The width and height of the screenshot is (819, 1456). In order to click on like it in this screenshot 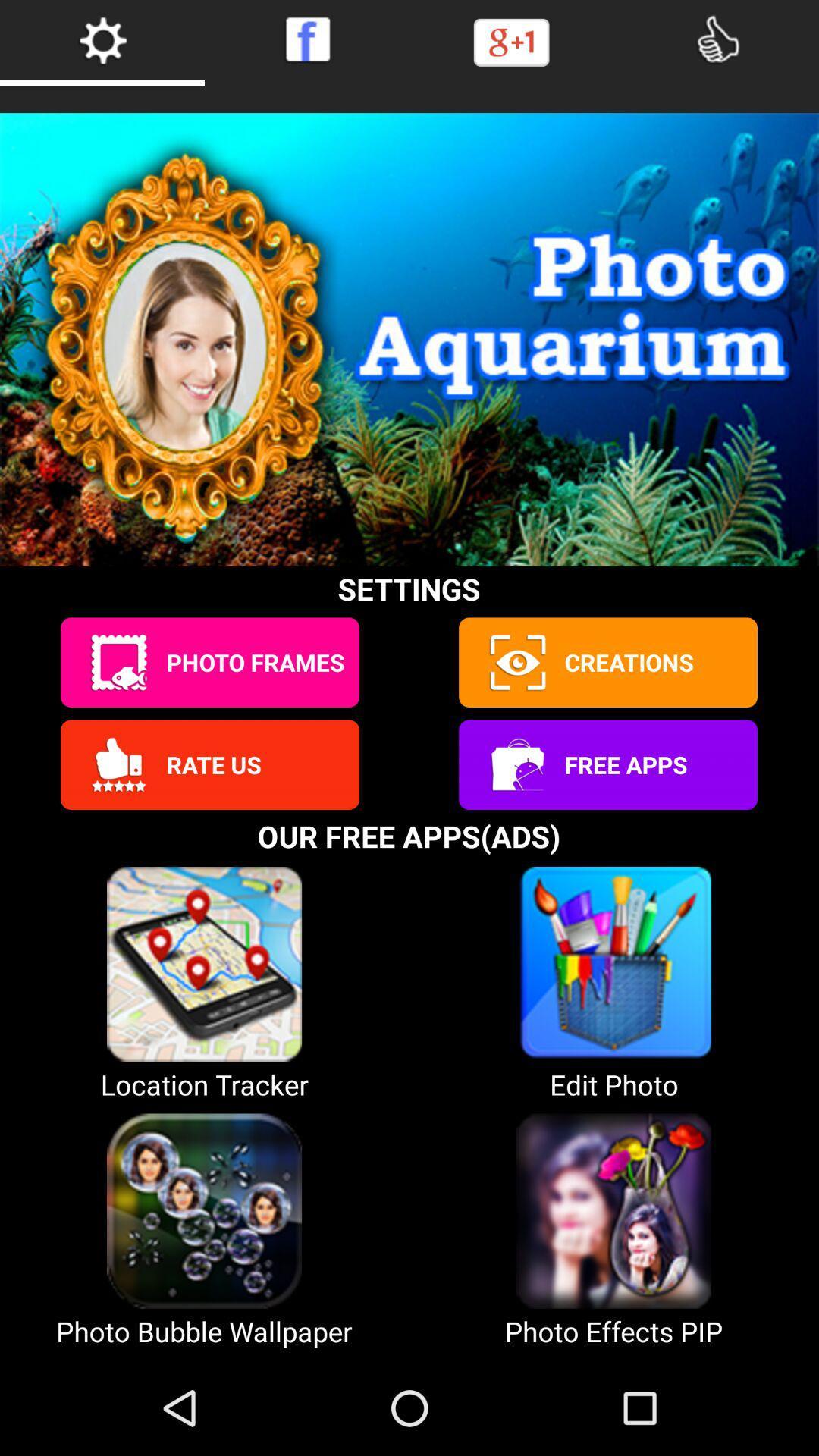, I will do `click(717, 39)`.